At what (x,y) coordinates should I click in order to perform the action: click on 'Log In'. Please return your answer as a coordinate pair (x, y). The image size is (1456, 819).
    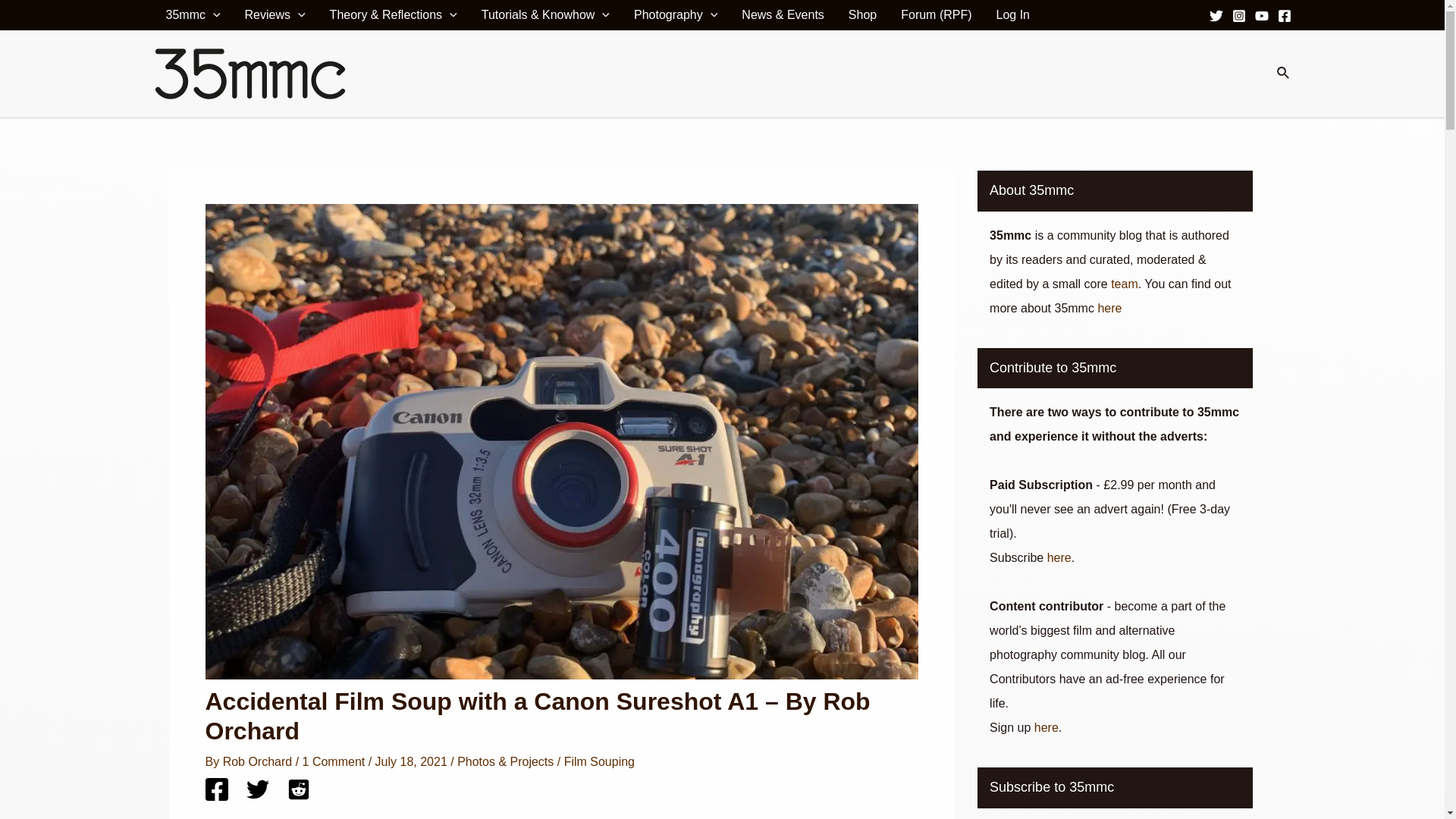
    Looking at the image, I should click on (1012, 14).